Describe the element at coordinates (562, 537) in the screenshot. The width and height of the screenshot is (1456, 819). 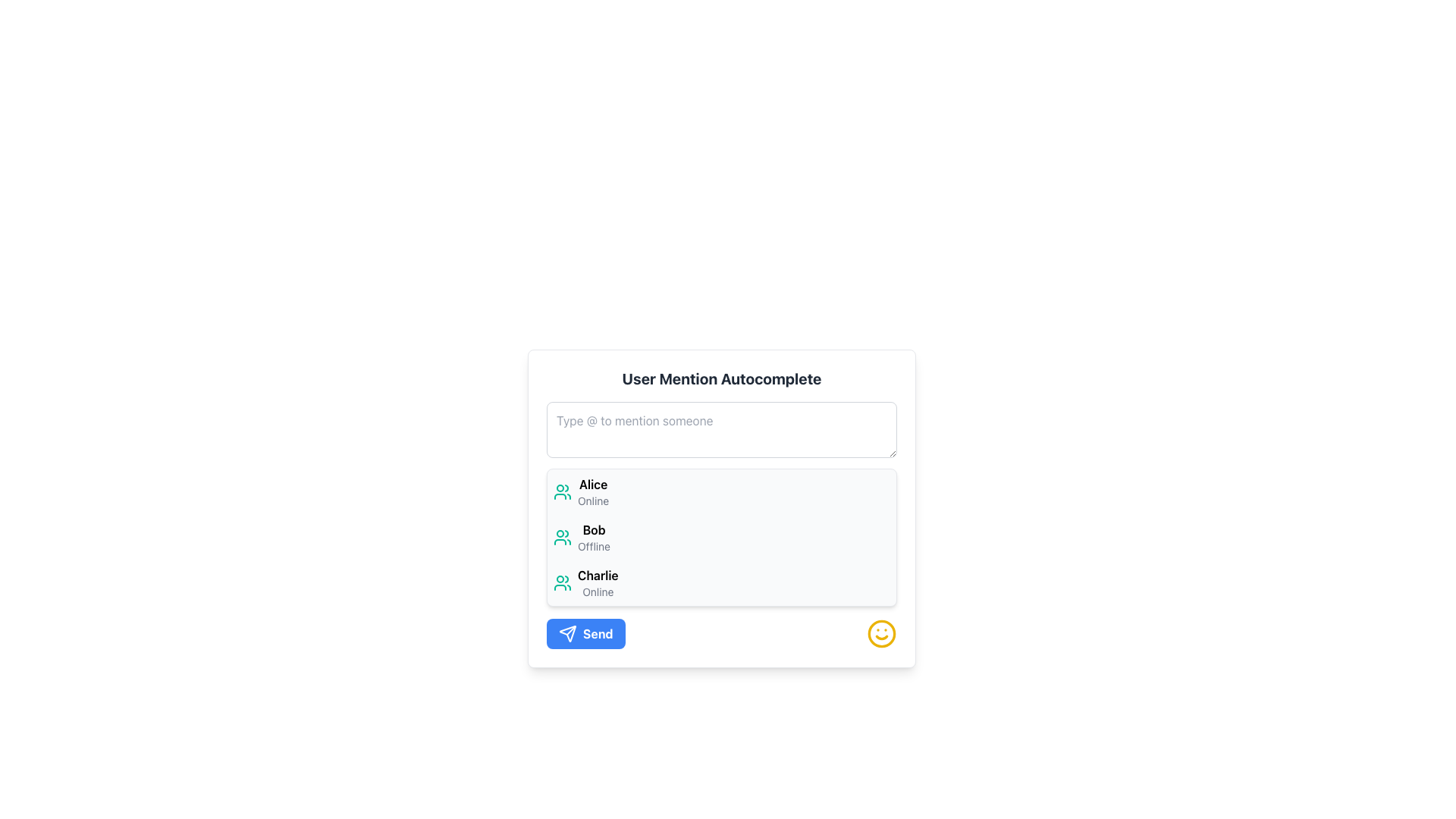
I see `the Decorative Icon representing a group of users for 'Bob', which is a green icon with rounded edges located to the left of the text 'Bob' and 'Offline'` at that location.